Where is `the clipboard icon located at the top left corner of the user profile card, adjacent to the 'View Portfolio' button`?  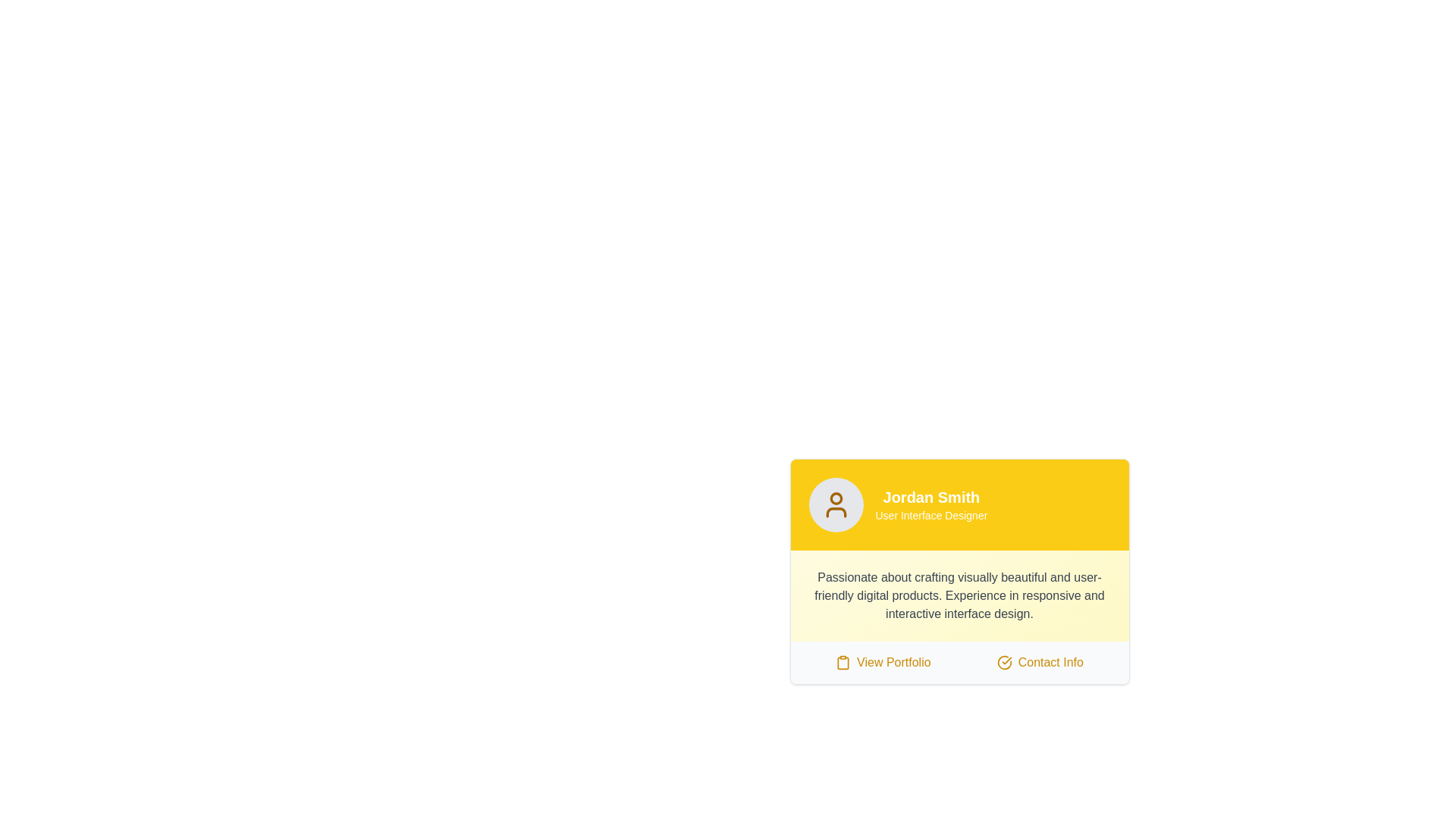
the clipboard icon located at the top left corner of the user profile card, adjacent to the 'View Portfolio' button is located at coordinates (843, 662).